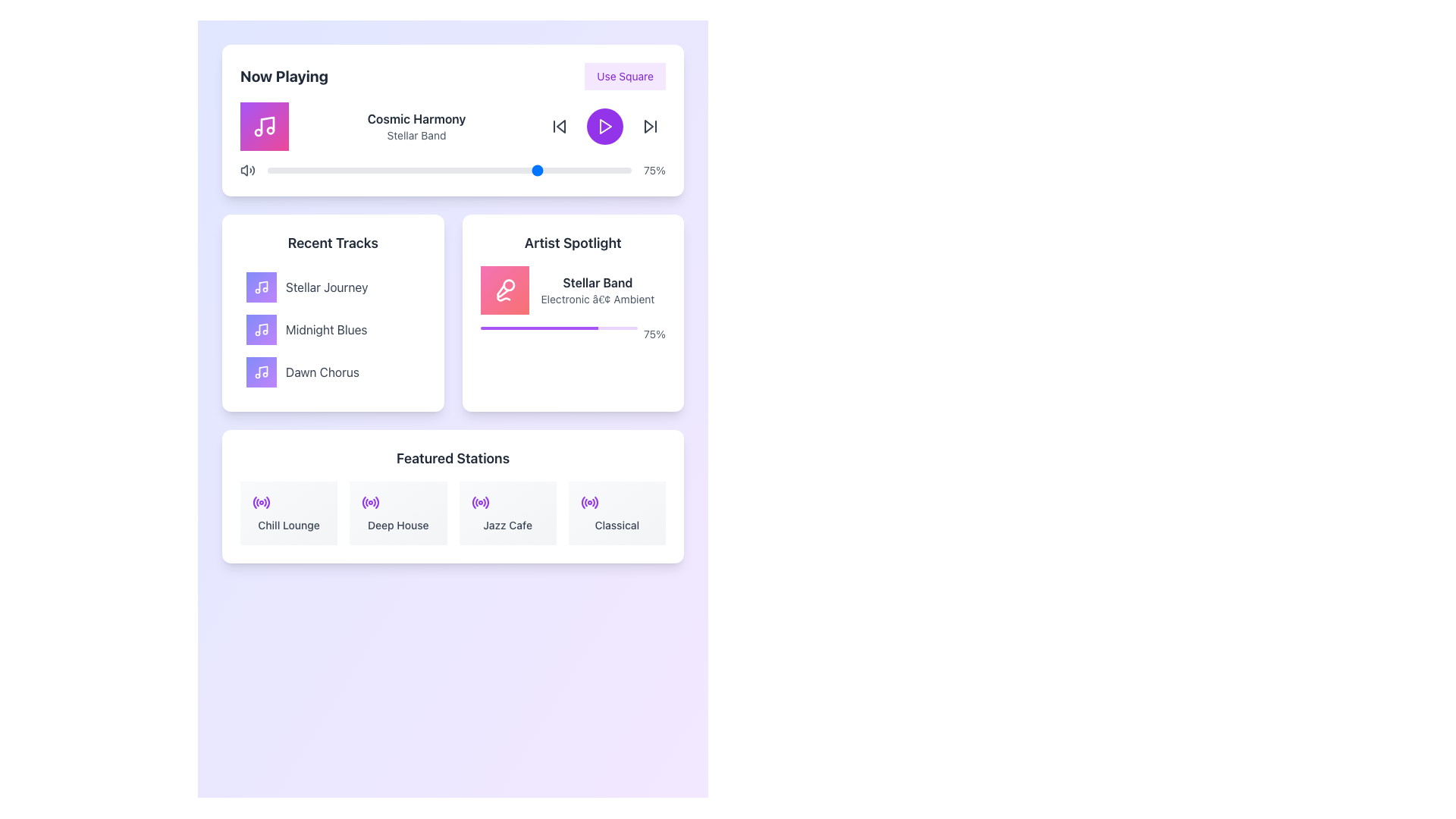 The image size is (1456, 819). What do you see at coordinates (604, 125) in the screenshot?
I see `the circular purple button with a white play icon to play or pause the media` at bounding box center [604, 125].